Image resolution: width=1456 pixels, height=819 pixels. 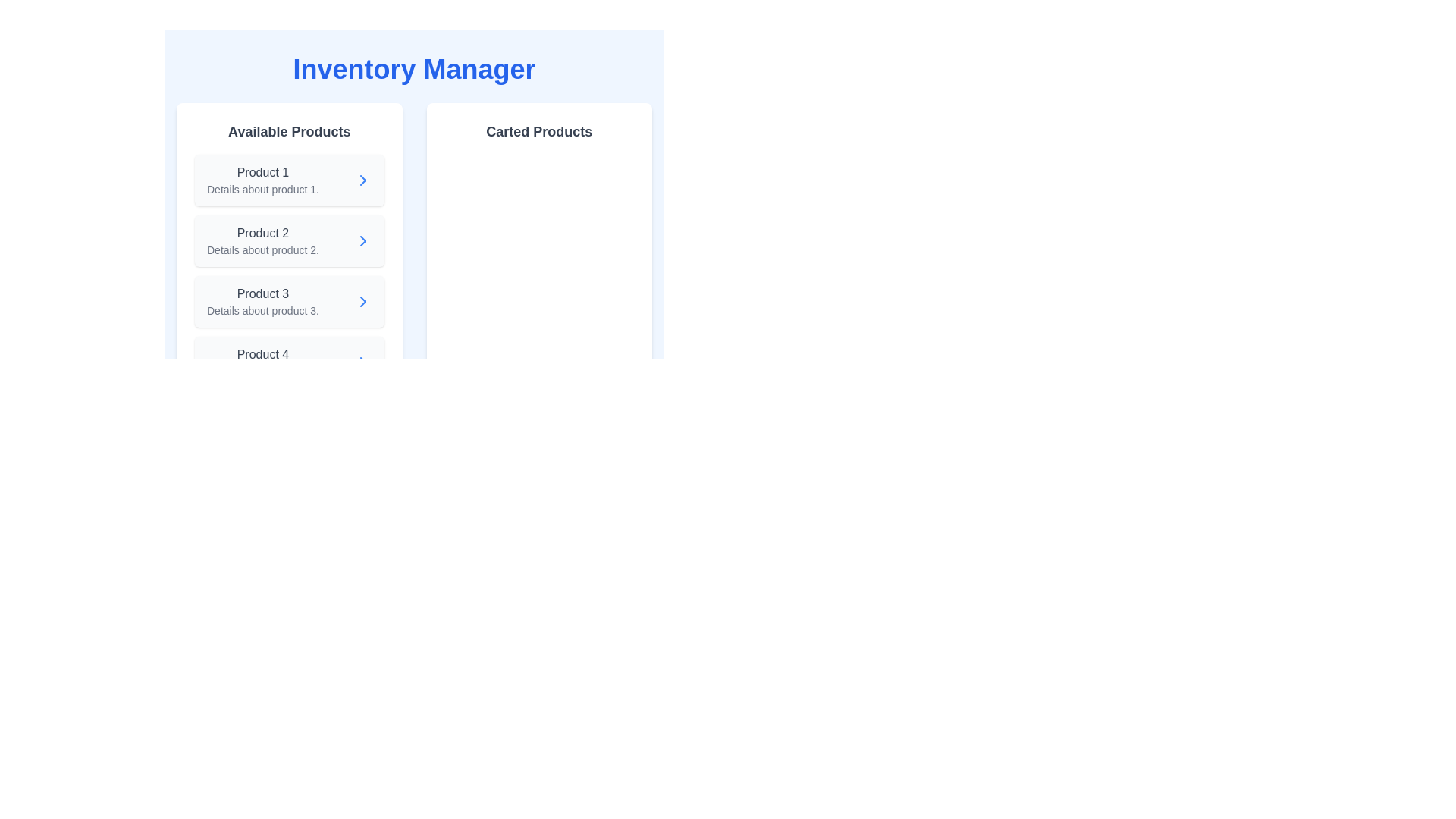 What do you see at coordinates (362, 180) in the screenshot?
I see `the rightward-pointing chevron icon located on the right side of the 'Product 1' item in the 'Available Products' list` at bounding box center [362, 180].